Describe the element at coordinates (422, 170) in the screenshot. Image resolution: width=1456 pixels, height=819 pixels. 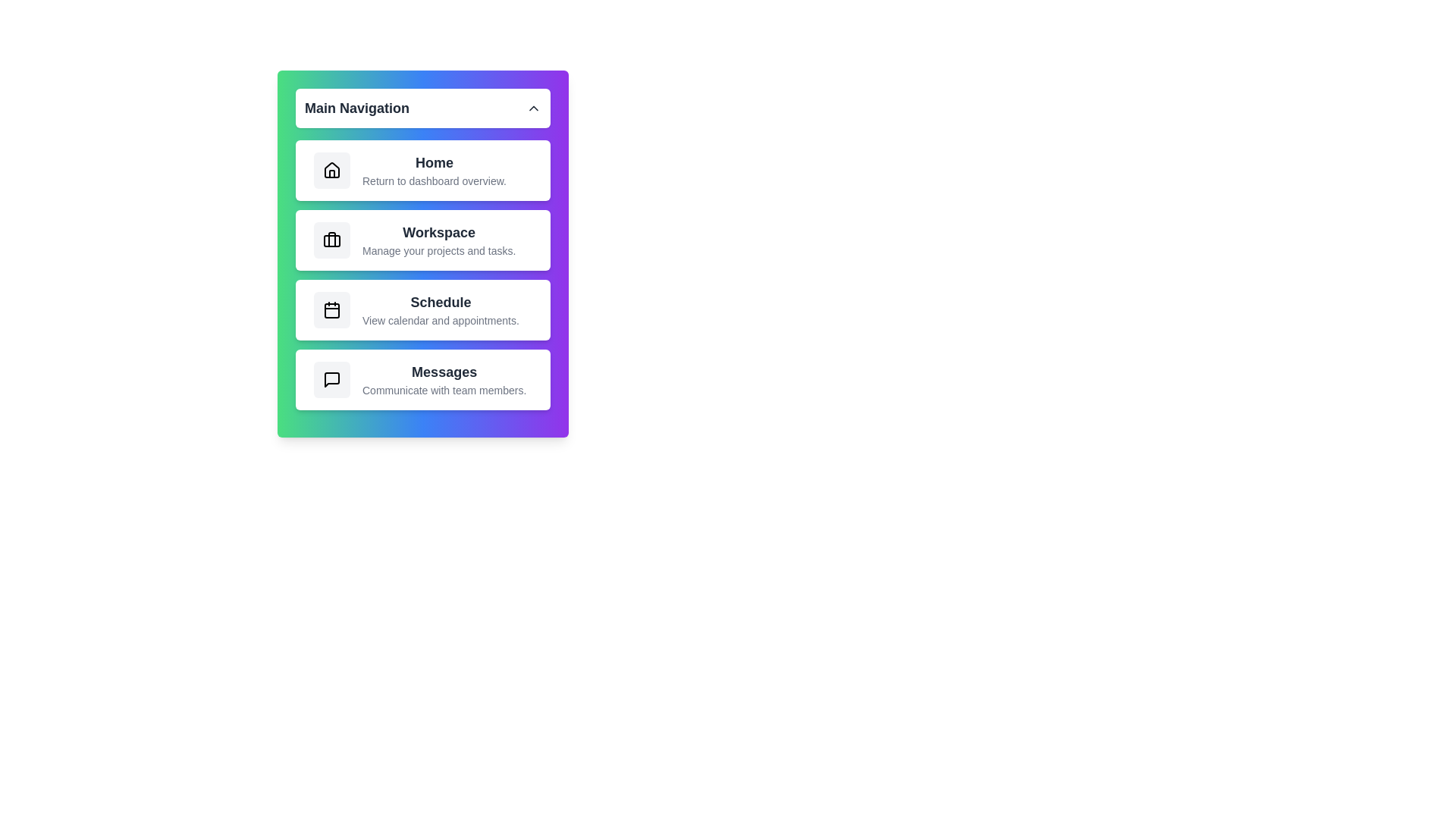
I see `the 'Home' navigation item to select it` at that location.